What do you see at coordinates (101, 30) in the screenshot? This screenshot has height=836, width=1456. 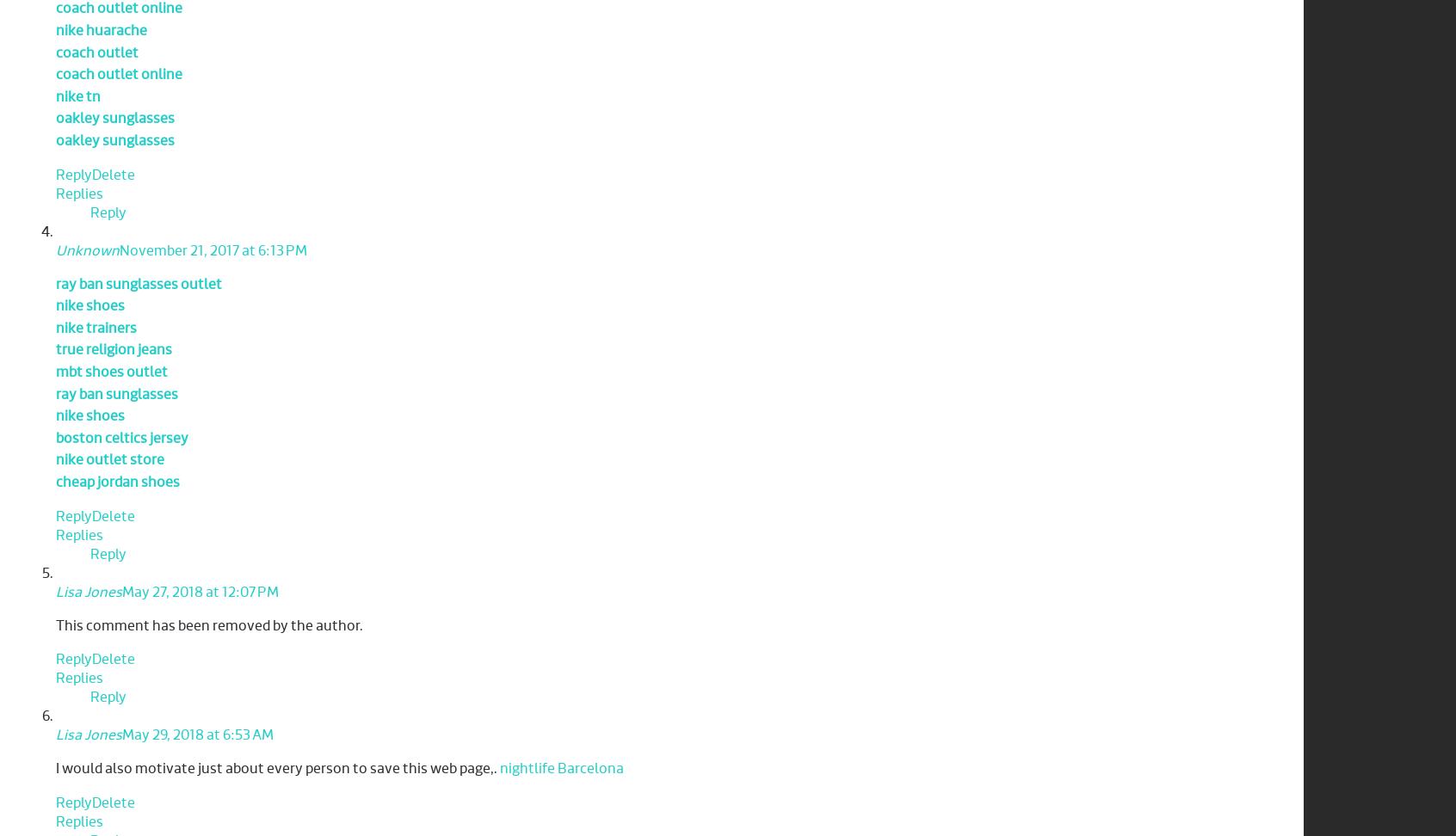 I see `'nike huarache'` at bounding box center [101, 30].